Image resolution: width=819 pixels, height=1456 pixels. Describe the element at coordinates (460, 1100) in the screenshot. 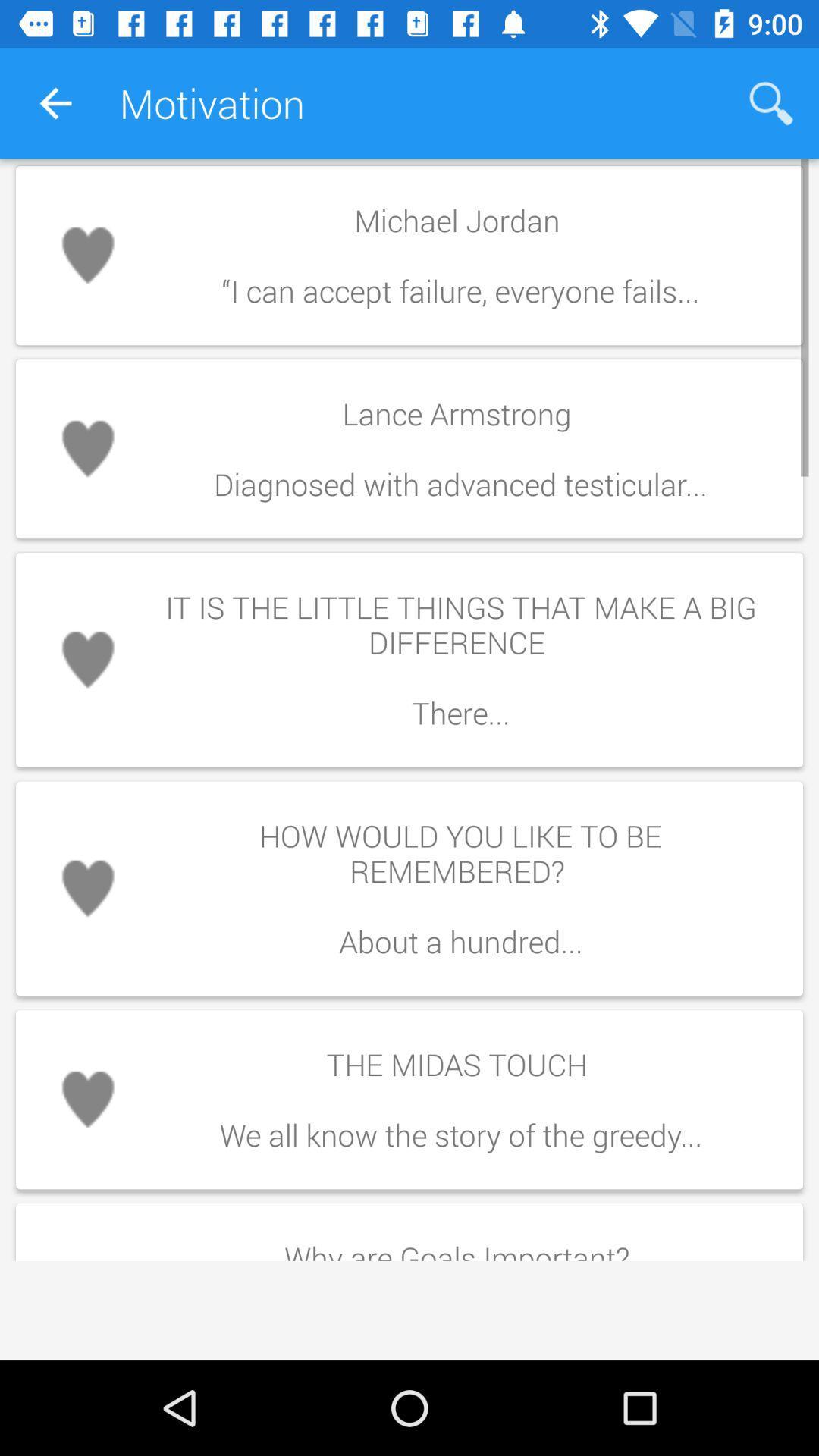

I see `the midas touch item` at that location.